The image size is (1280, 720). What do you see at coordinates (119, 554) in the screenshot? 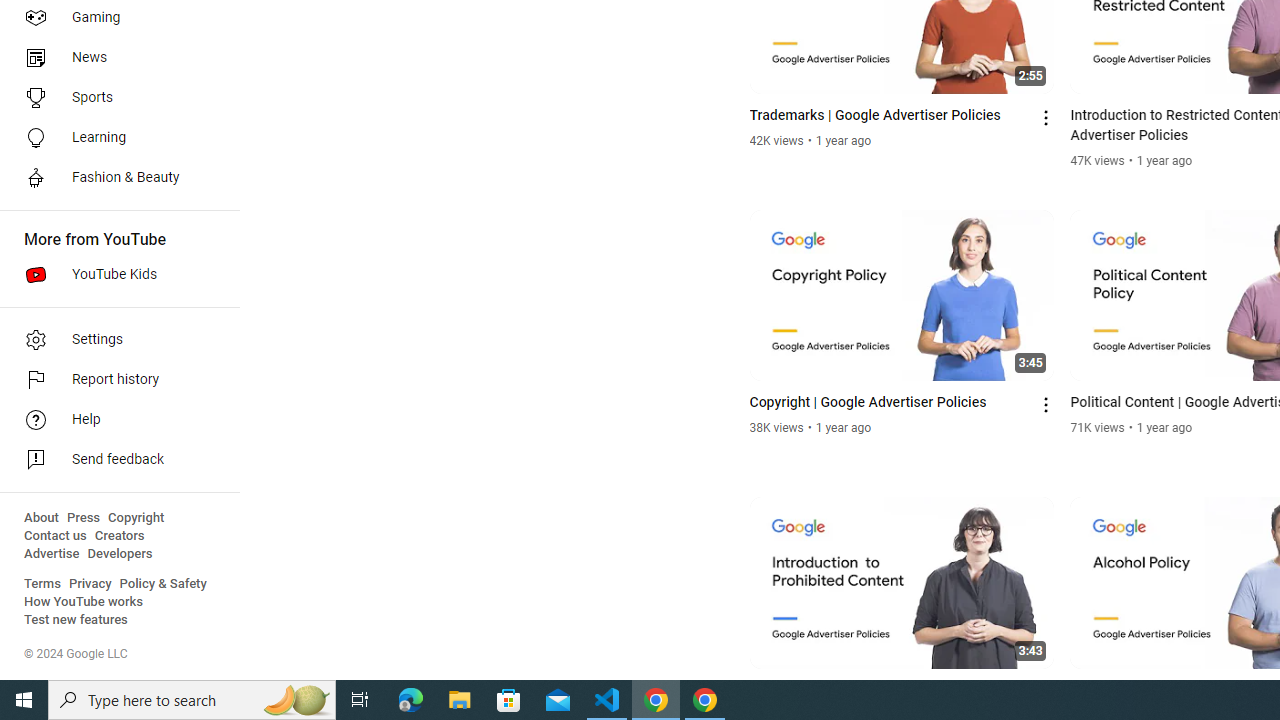
I see `'Developers'` at bounding box center [119, 554].